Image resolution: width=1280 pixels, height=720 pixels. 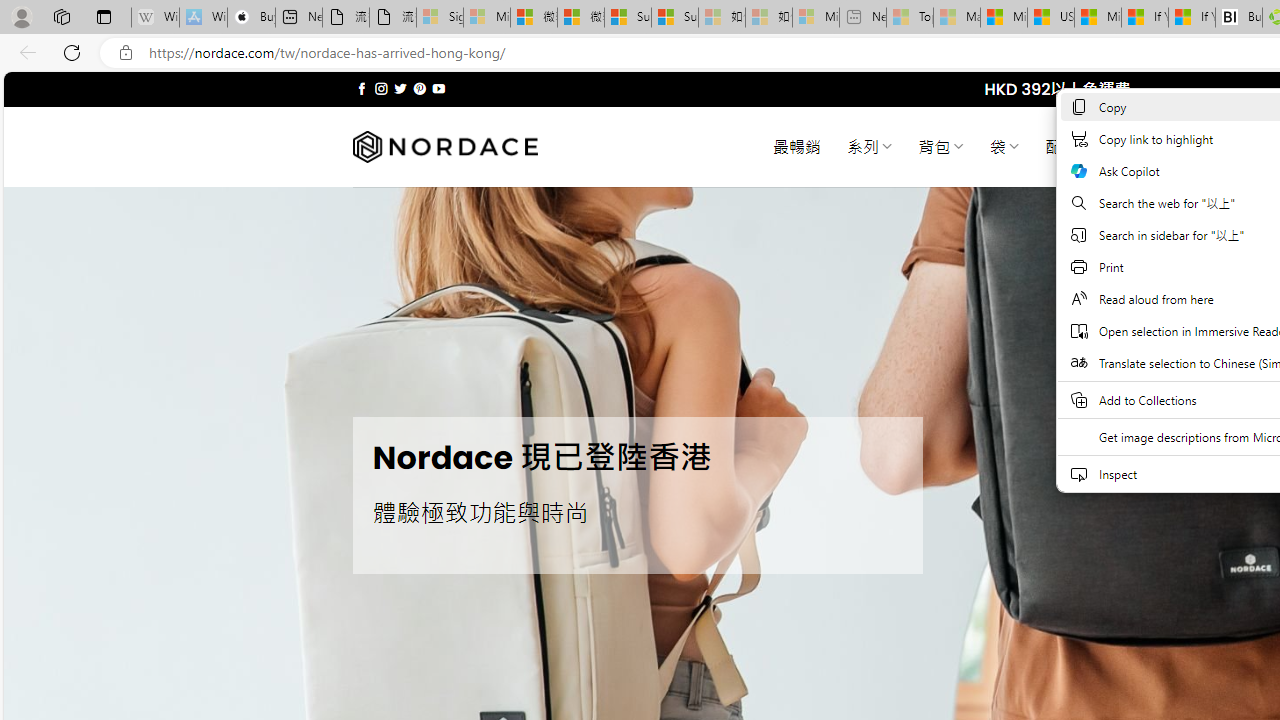 I want to click on 'Microsoft Services Agreement - Sleeping', so click(x=486, y=17).